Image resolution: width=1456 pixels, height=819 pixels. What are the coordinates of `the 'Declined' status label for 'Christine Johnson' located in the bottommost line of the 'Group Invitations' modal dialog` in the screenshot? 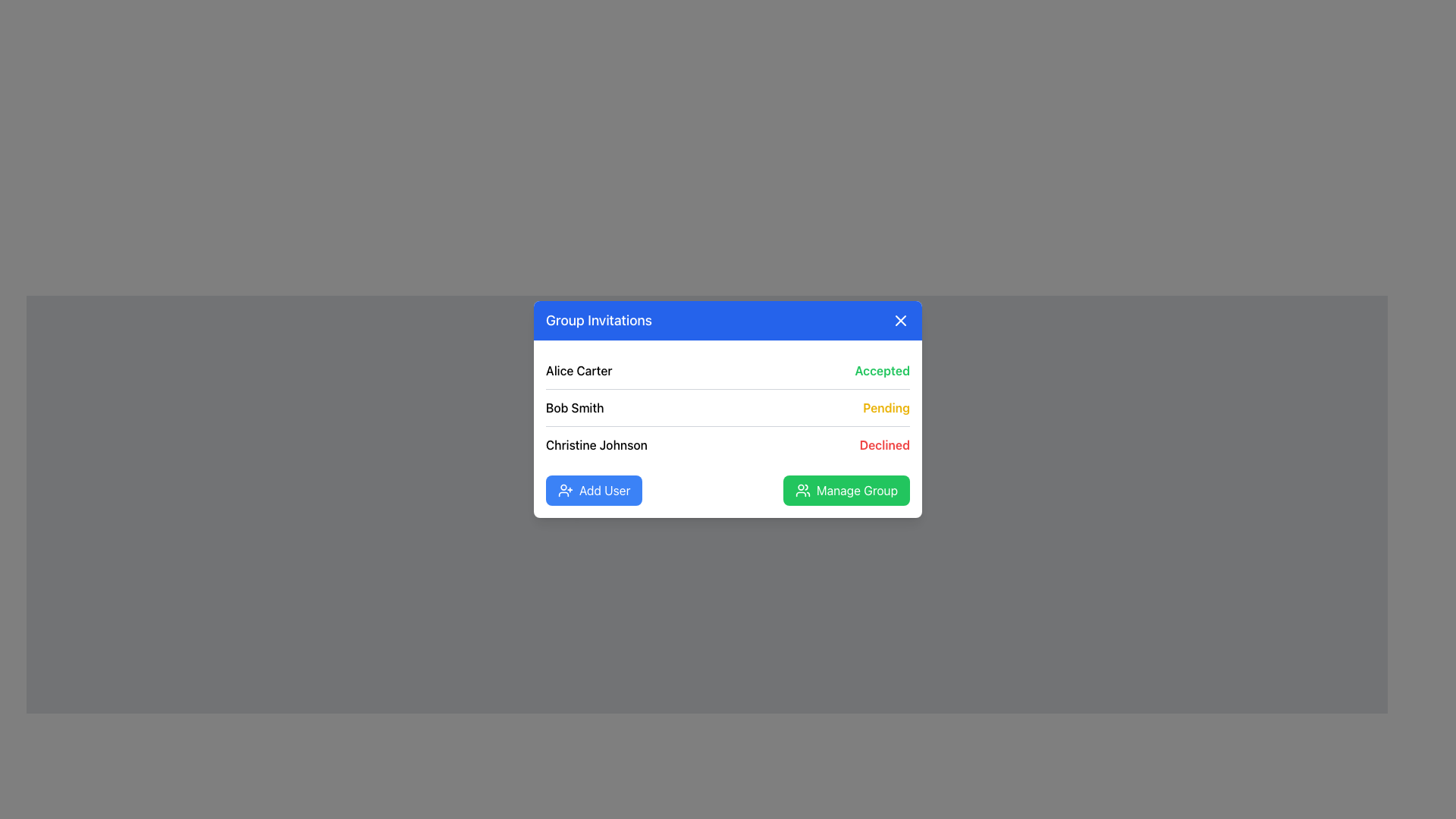 It's located at (884, 444).